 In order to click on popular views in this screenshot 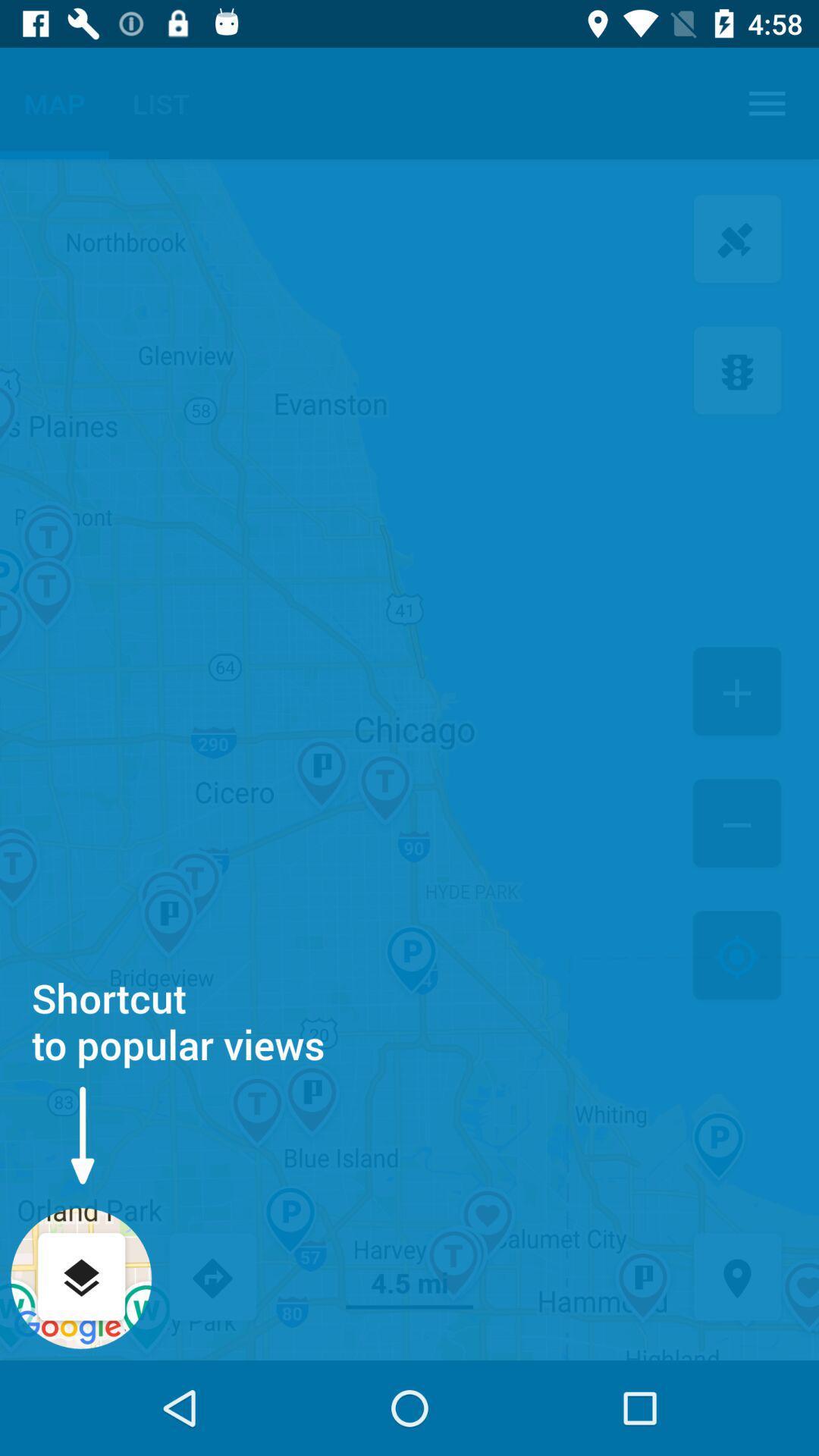, I will do `click(81, 1278)`.